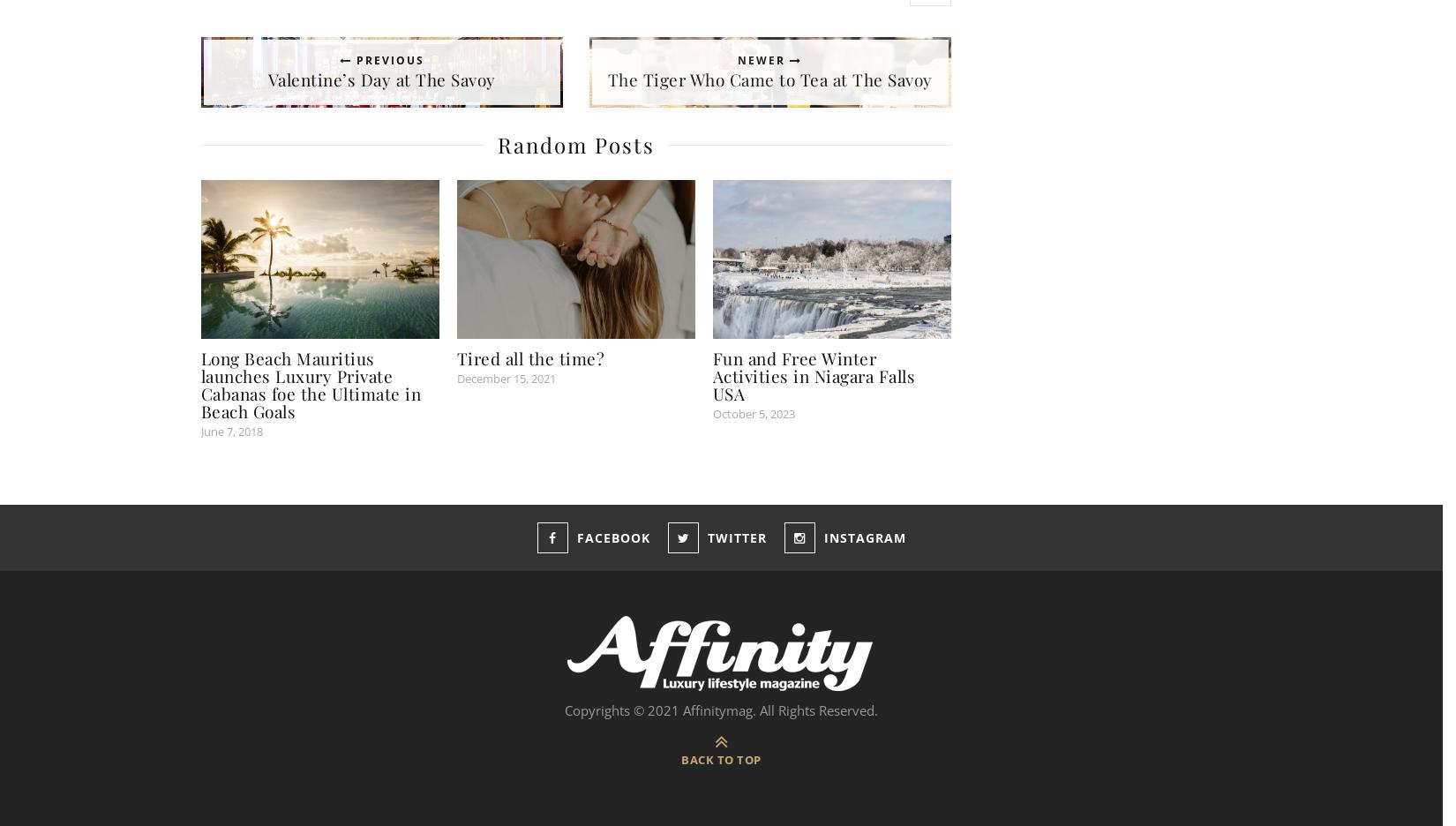  What do you see at coordinates (310, 384) in the screenshot?
I see `'Long Beach Mauritius launches Luxury Private Cabanas  foe the Ultimate in Beach Goals'` at bounding box center [310, 384].